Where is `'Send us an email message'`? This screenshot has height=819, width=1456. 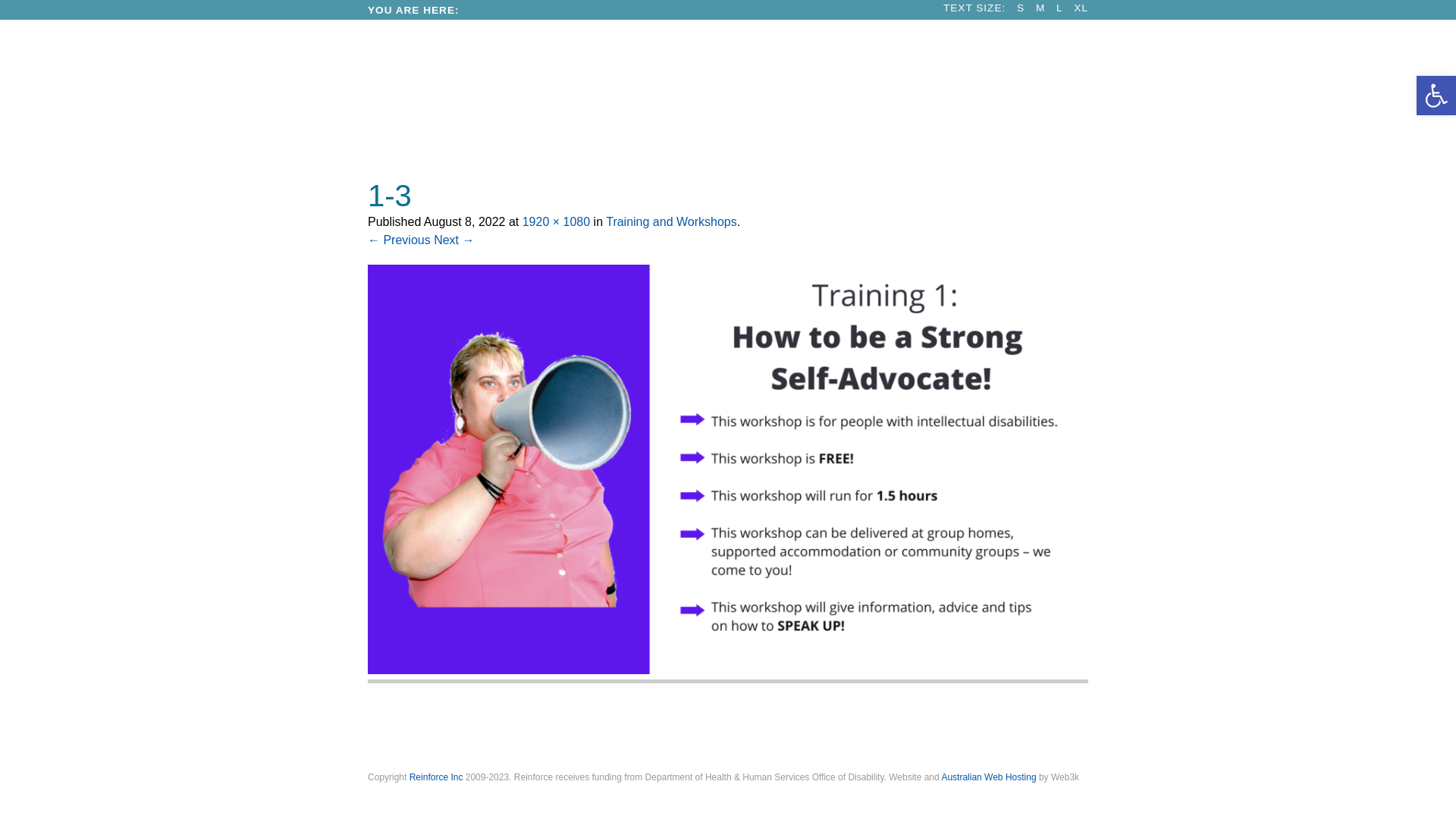 'Send us an email message' is located at coordinates (720, 731).